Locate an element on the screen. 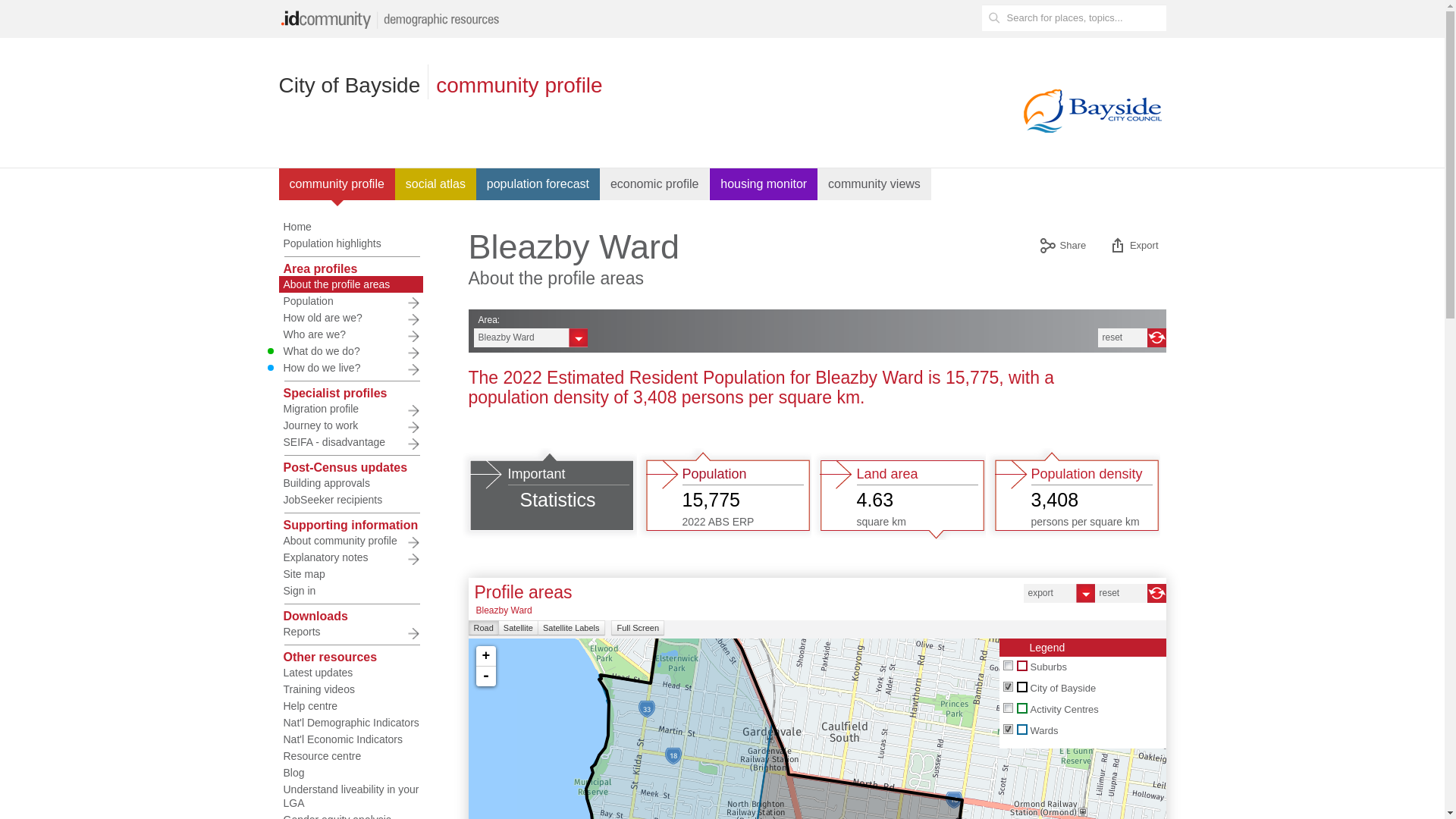 The width and height of the screenshot is (1456, 819). 'Blog' is located at coordinates (350, 772).